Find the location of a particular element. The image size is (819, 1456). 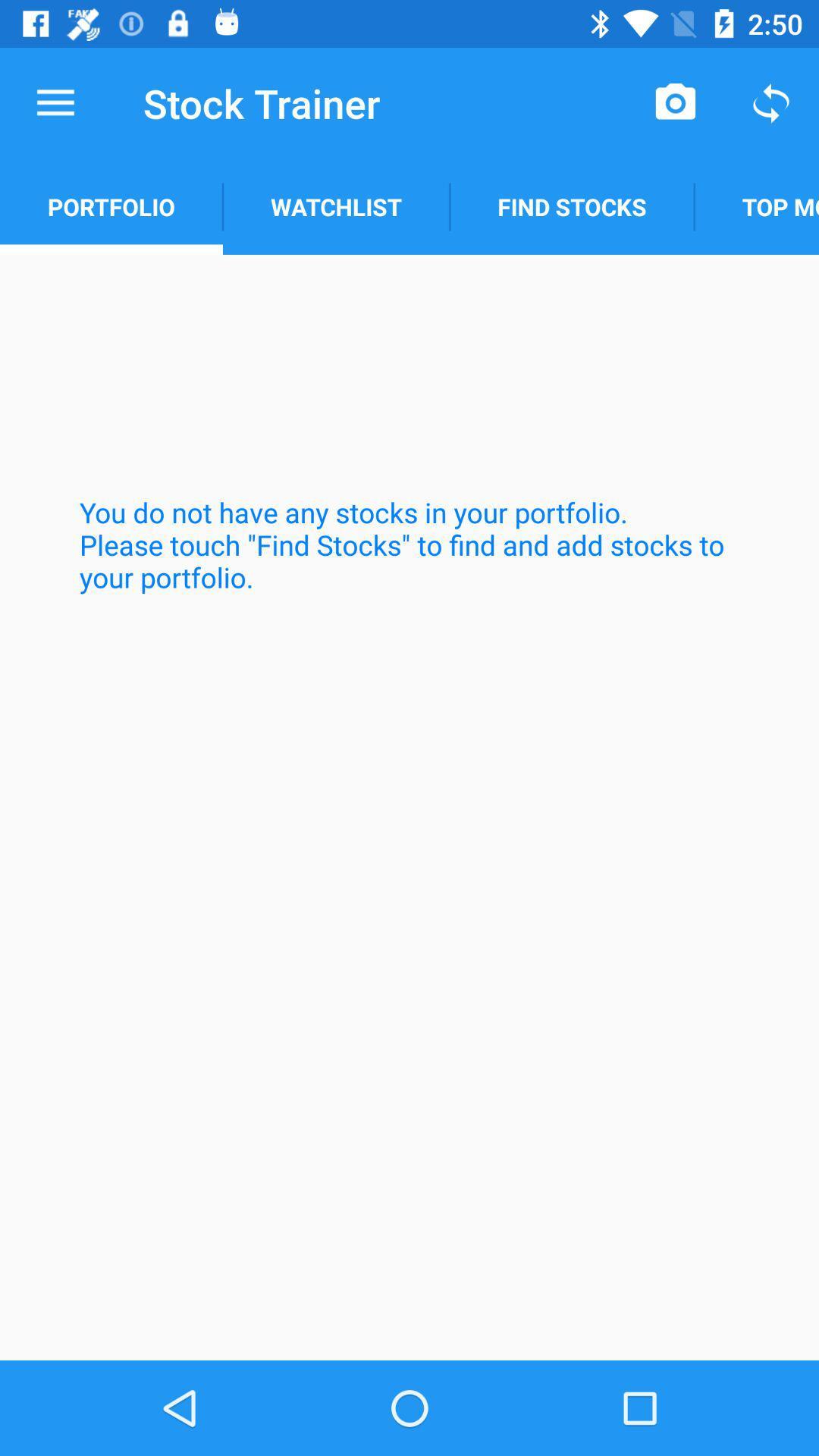

item above the you do not icon is located at coordinates (335, 206).